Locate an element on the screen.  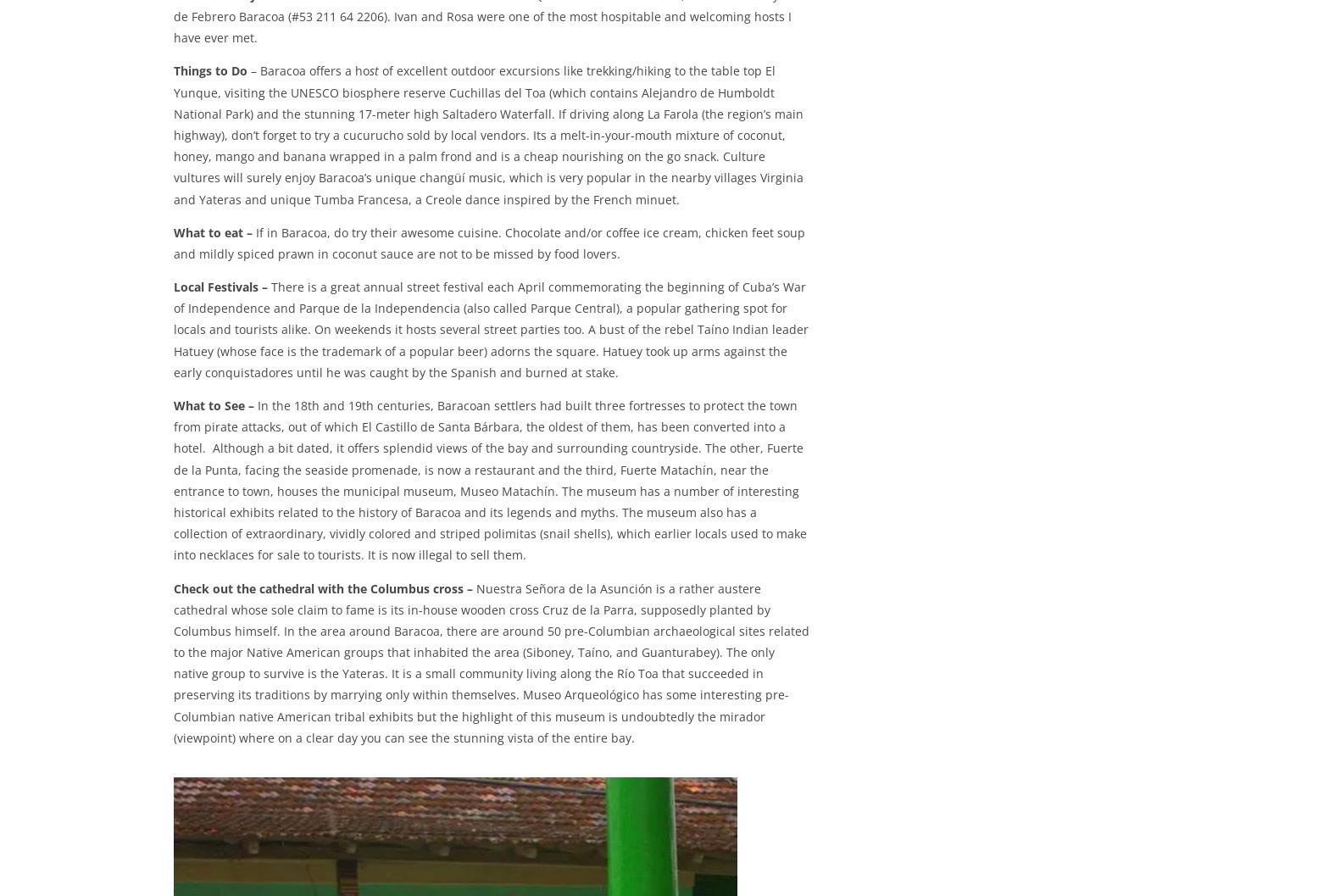
'st' is located at coordinates (370, 71).